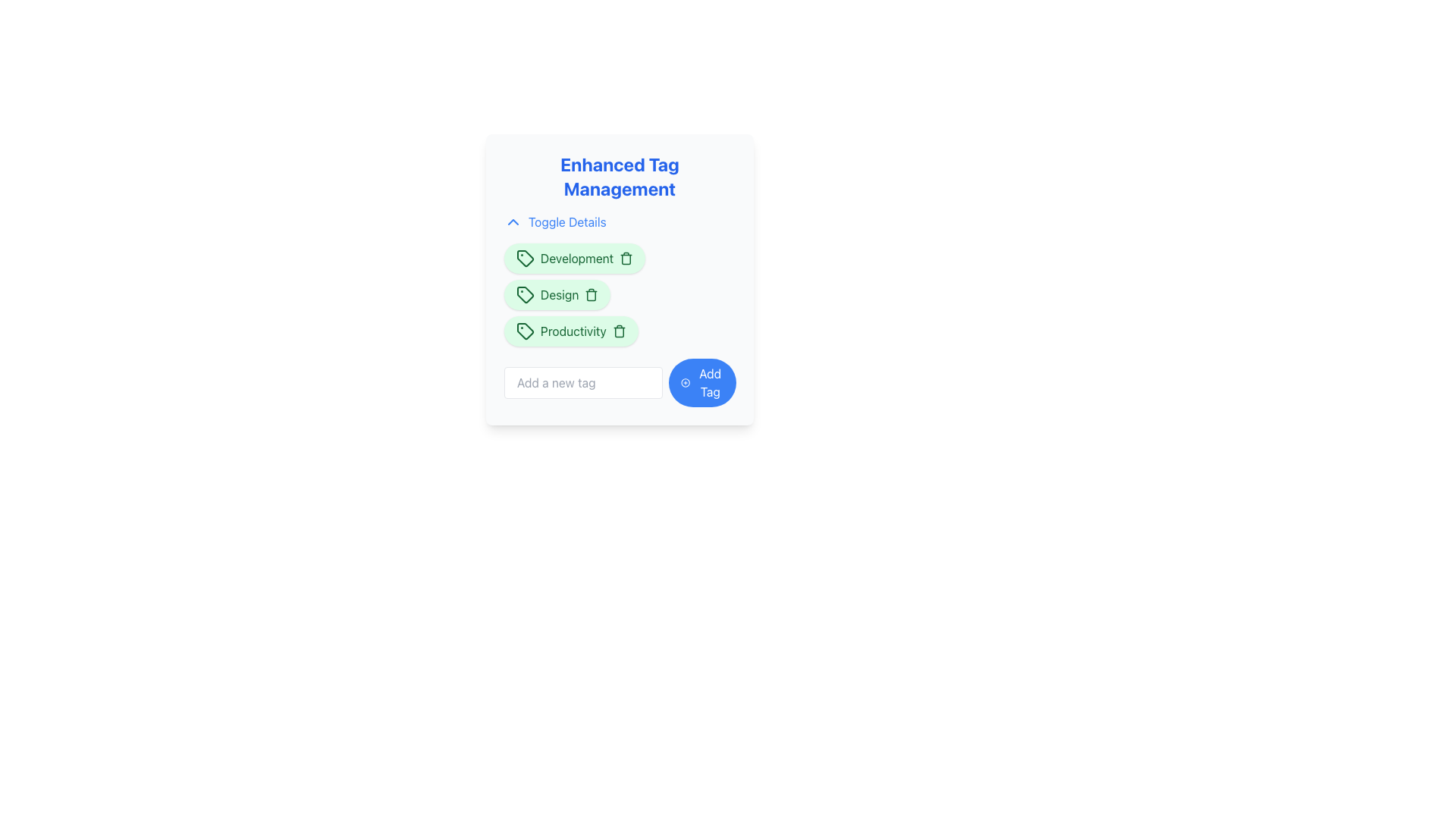  What do you see at coordinates (685, 382) in the screenshot?
I see `the circular icon within the 'Add Tag' button located in the bottom-right corner of the 'Enhanced Tag Management' card` at bounding box center [685, 382].